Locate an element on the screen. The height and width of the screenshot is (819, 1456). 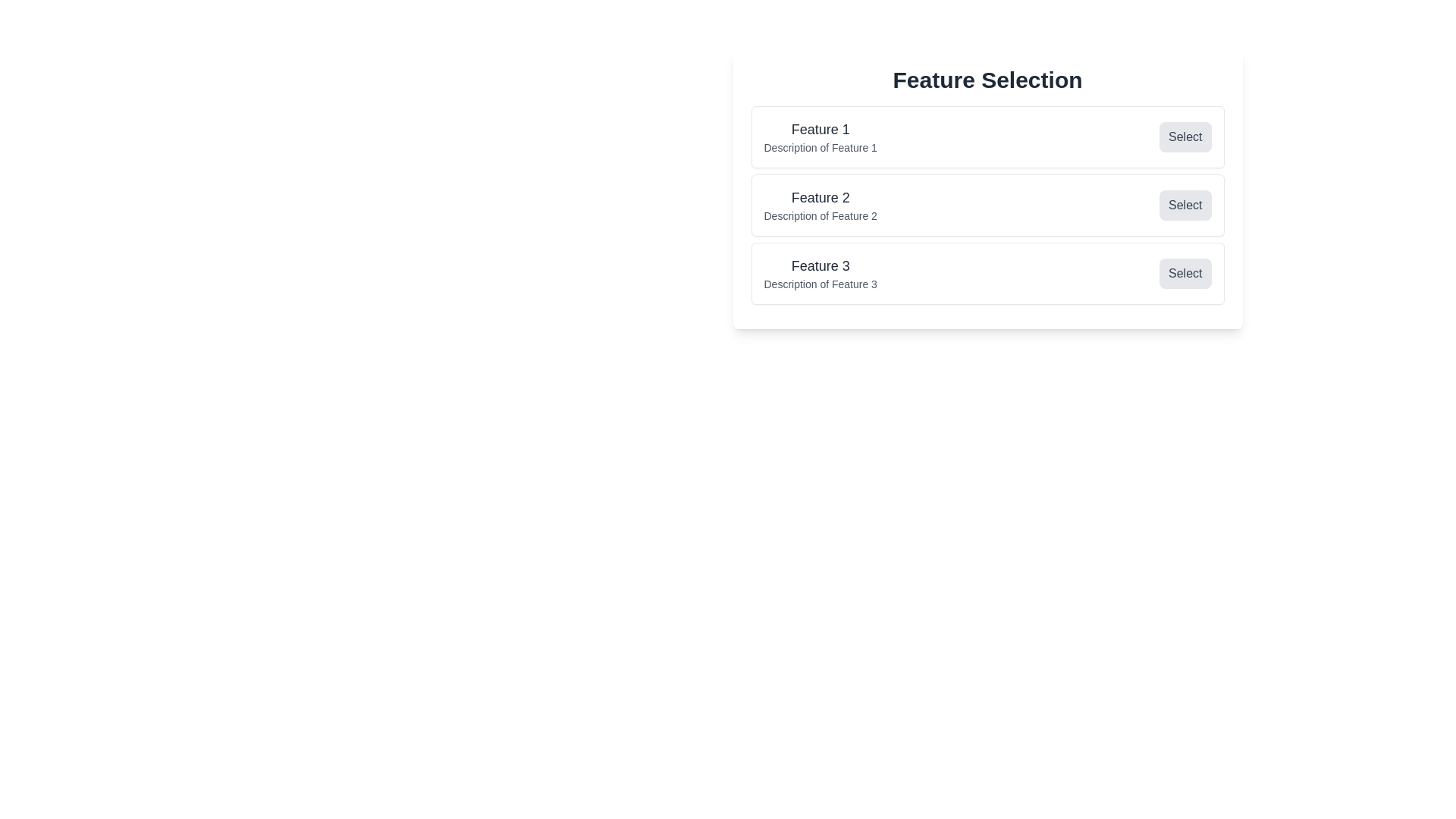
the 'Select' button, which is a rectangular button with rounded corners located to the right of 'Feature 2' is located at coordinates (1185, 205).